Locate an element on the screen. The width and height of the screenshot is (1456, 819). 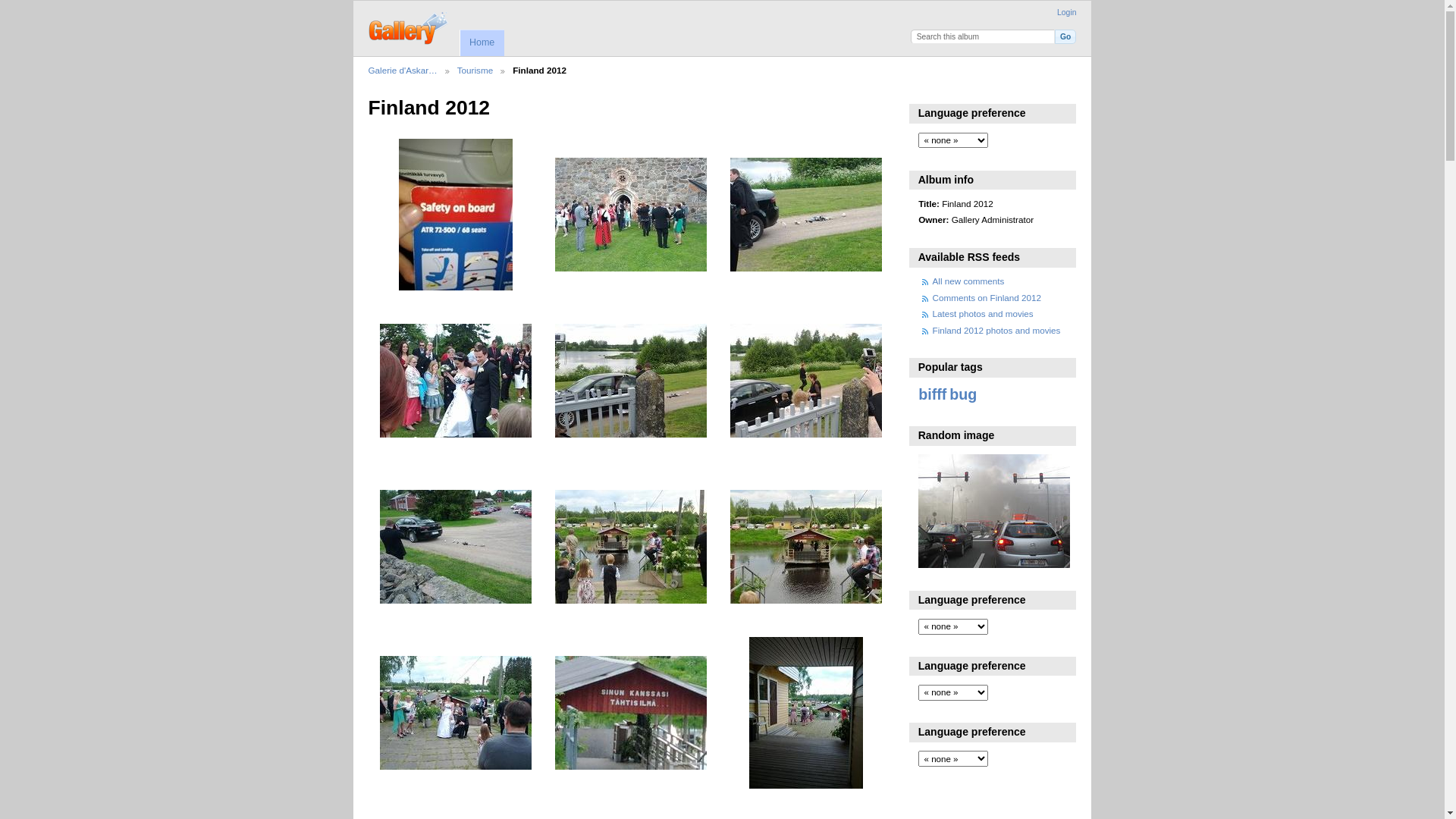
'bifff' is located at coordinates (931, 394).